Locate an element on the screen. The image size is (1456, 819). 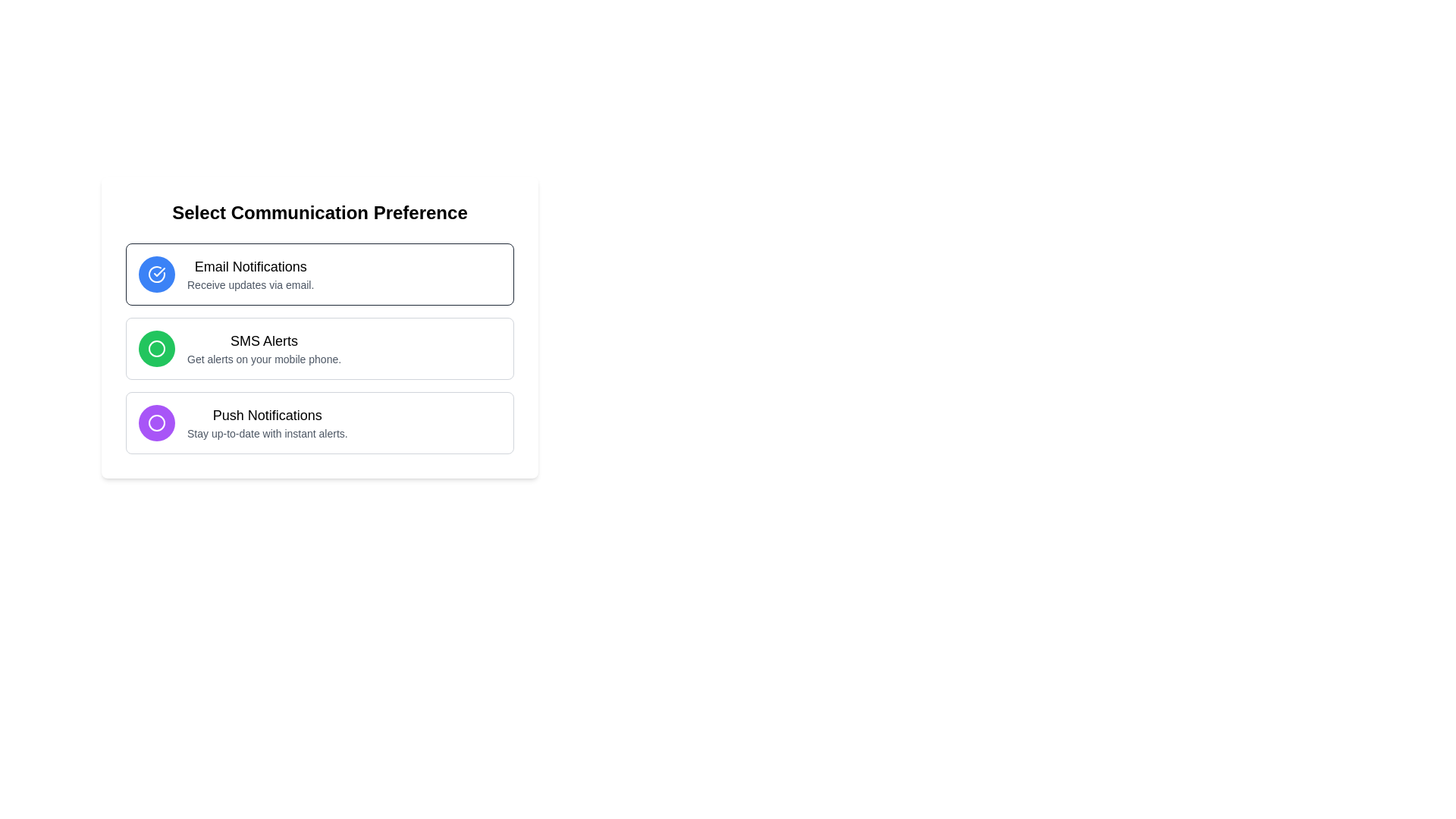
the SVG Circle that visually represents an icon in the second row of a vertically stacked list of icons and labels, positioned between the first and third row items is located at coordinates (156, 348).